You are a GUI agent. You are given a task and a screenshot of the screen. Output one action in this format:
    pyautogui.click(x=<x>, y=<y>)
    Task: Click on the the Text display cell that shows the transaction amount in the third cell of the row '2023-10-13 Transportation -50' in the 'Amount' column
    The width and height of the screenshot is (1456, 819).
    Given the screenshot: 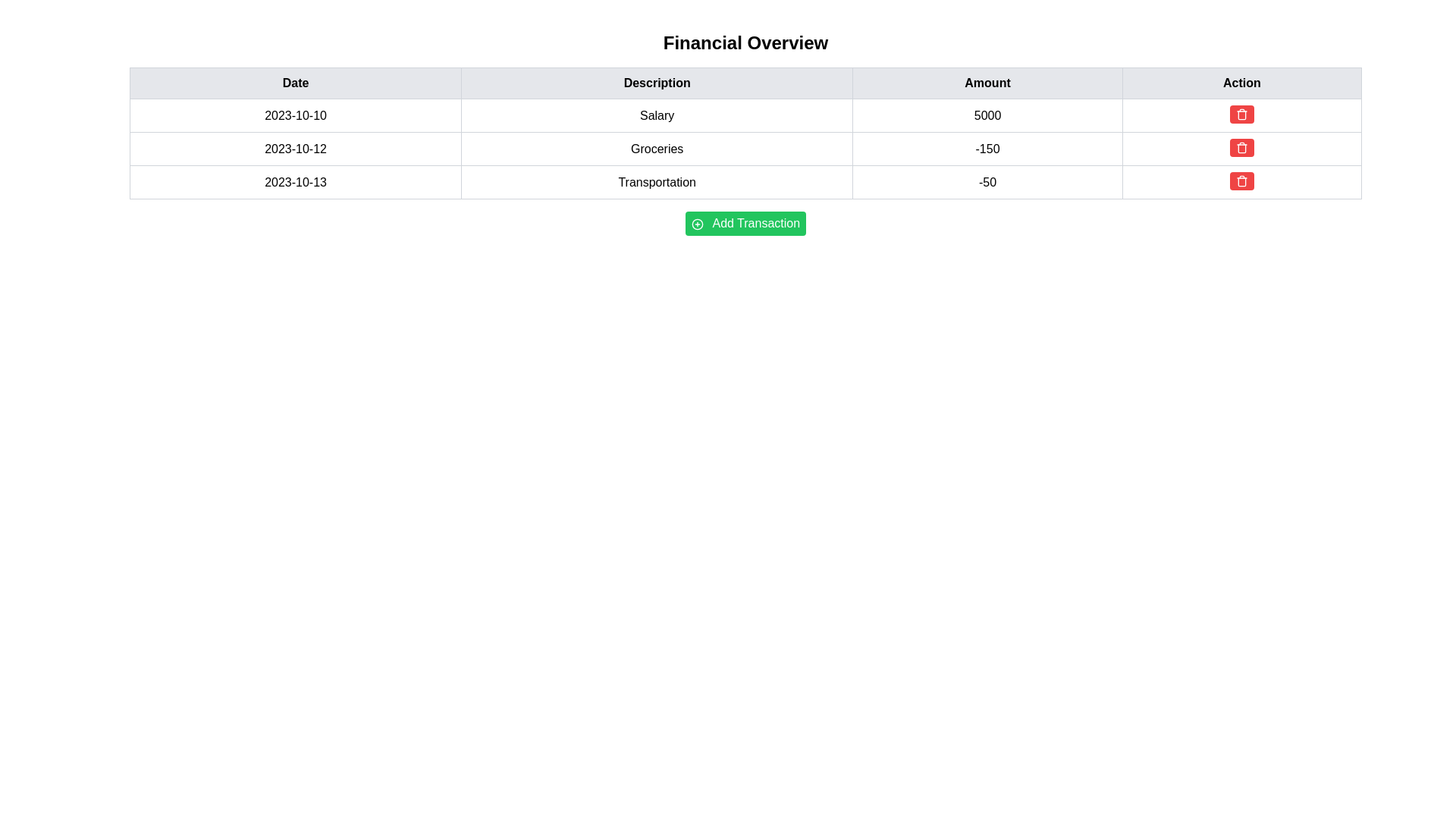 What is the action you would take?
    pyautogui.click(x=987, y=181)
    